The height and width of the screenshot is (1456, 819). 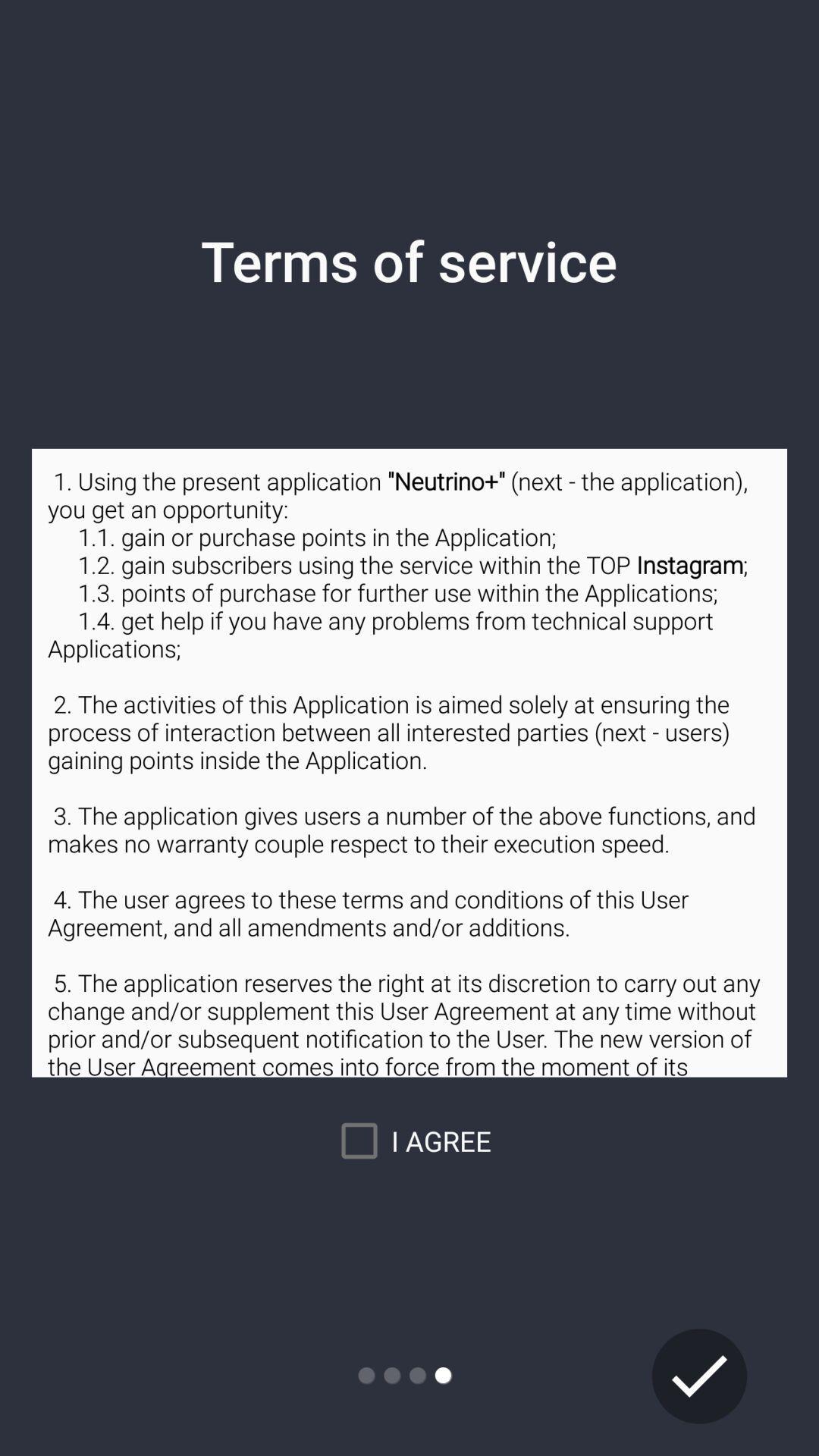 I want to click on submit terms of service, so click(x=699, y=1376).